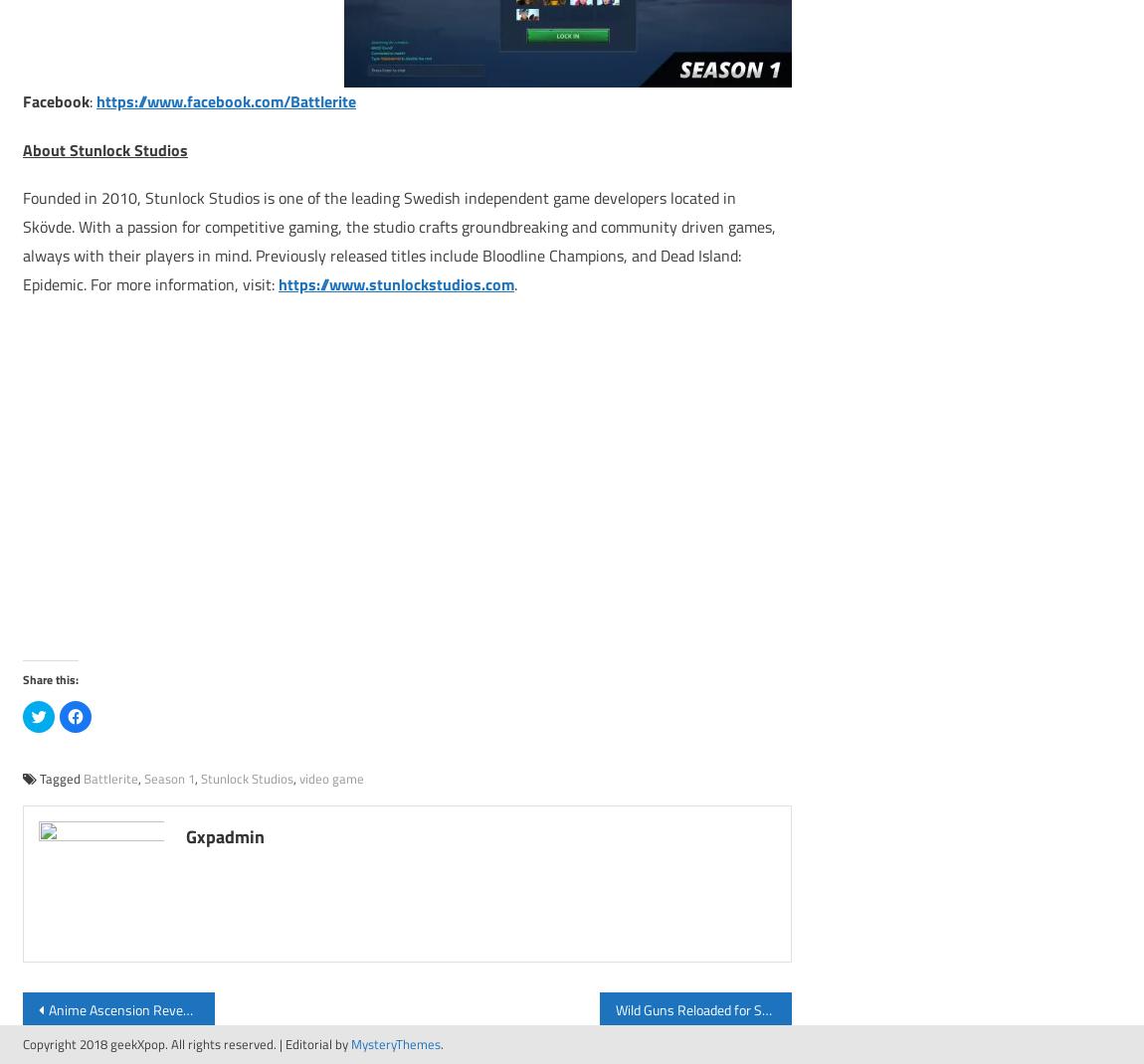  I want to click on 'About Stunlock Studios', so click(22, 149).